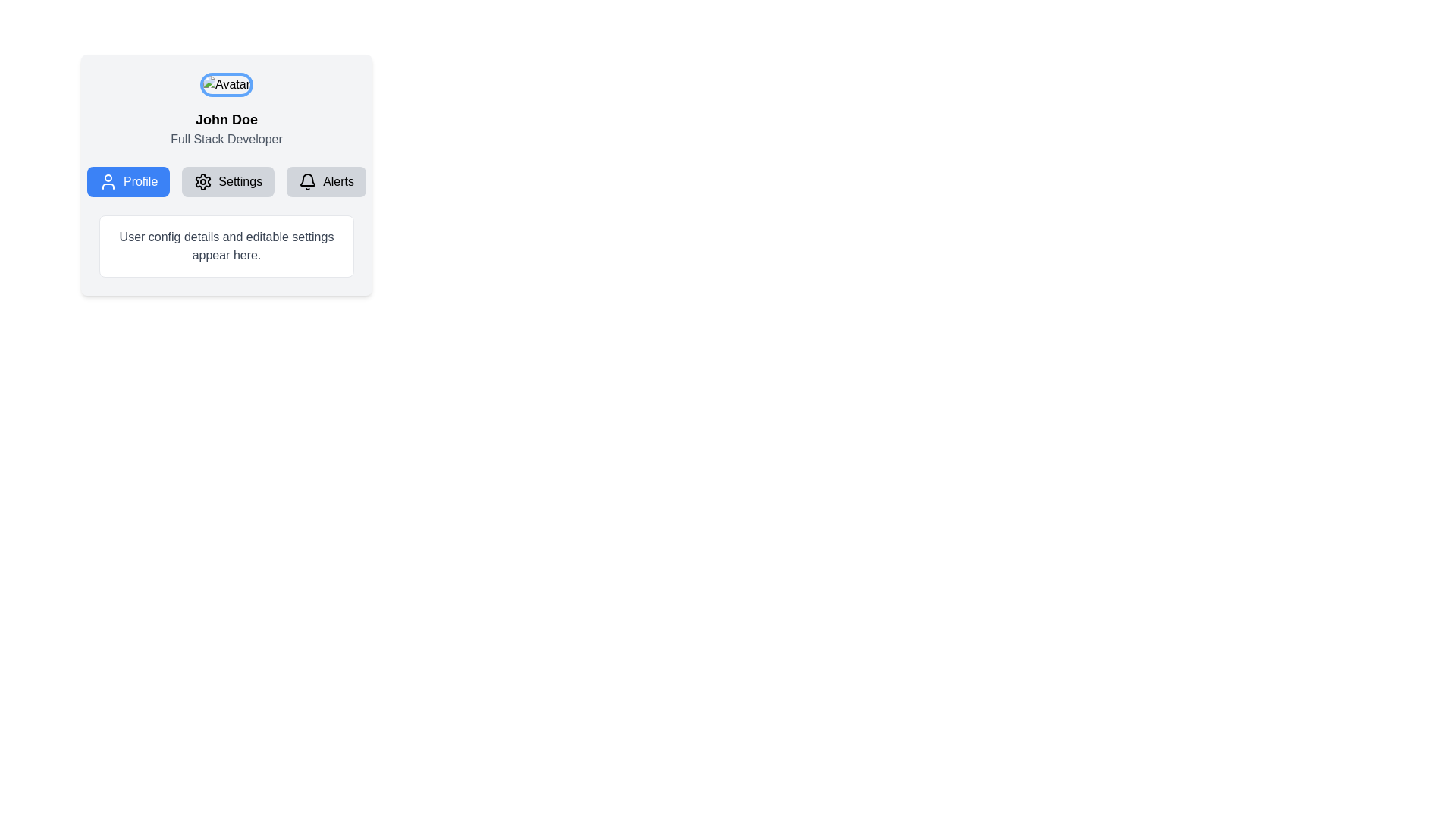 The width and height of the screenshot is (1456, 819). I want to click on the settings button located centrally in a row of three buttons, positioned beneath the user profile section with the avatar and name 'John Doe', so click(227, 180).